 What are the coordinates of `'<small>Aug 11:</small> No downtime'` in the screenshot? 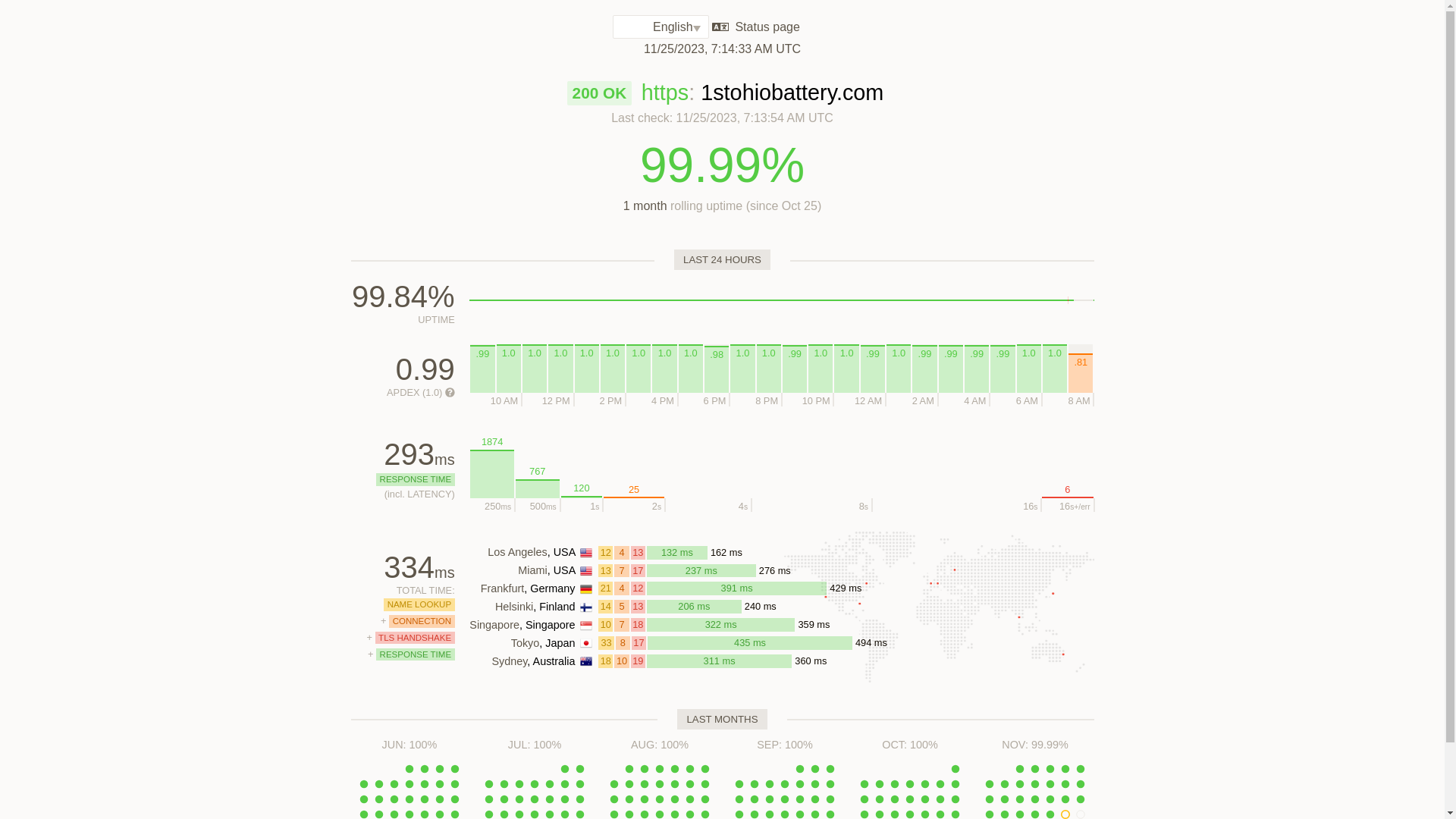 It's located at (667, 783).